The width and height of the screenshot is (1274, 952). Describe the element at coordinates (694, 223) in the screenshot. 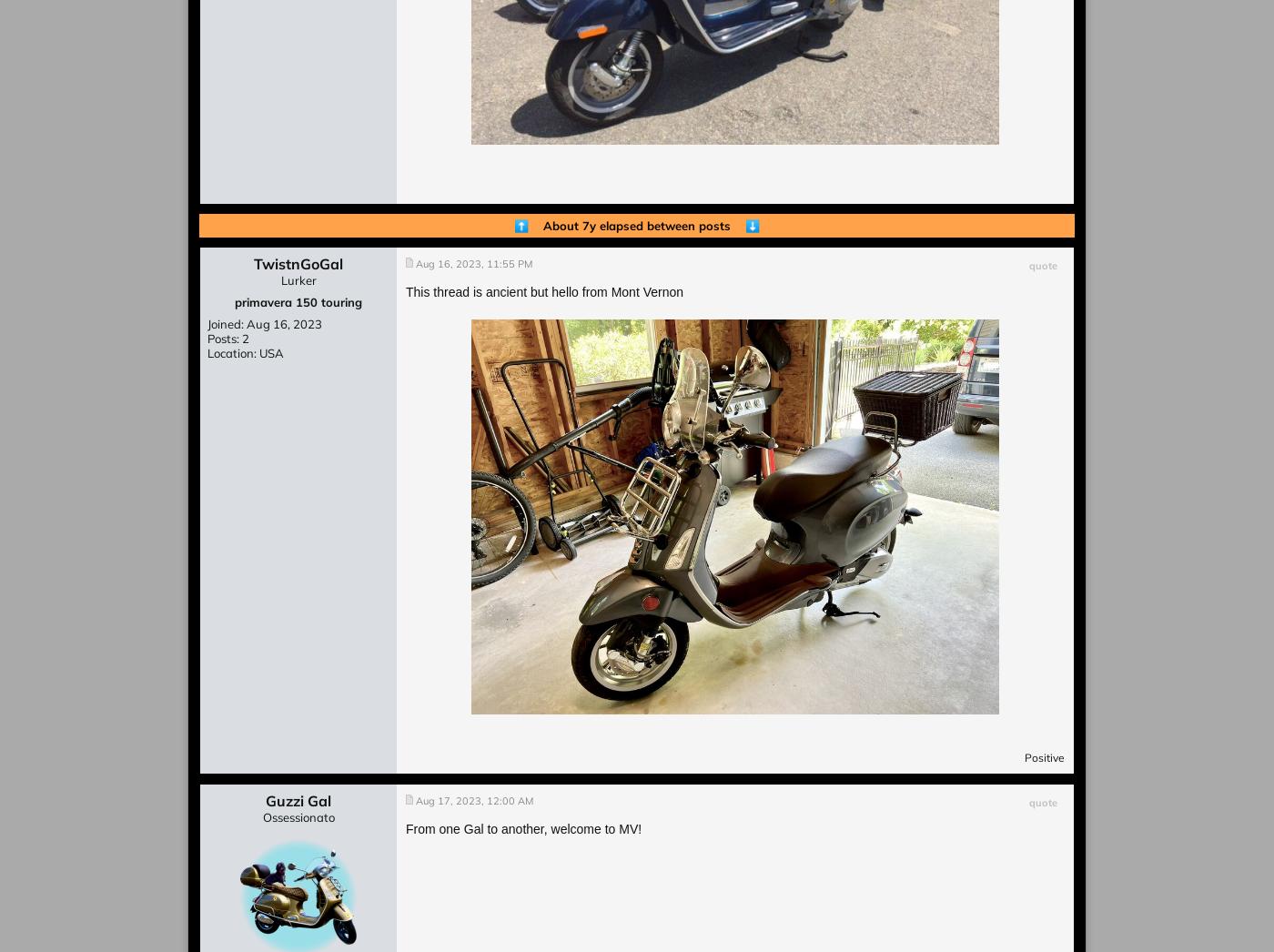

I see `'between posts'` at that location.